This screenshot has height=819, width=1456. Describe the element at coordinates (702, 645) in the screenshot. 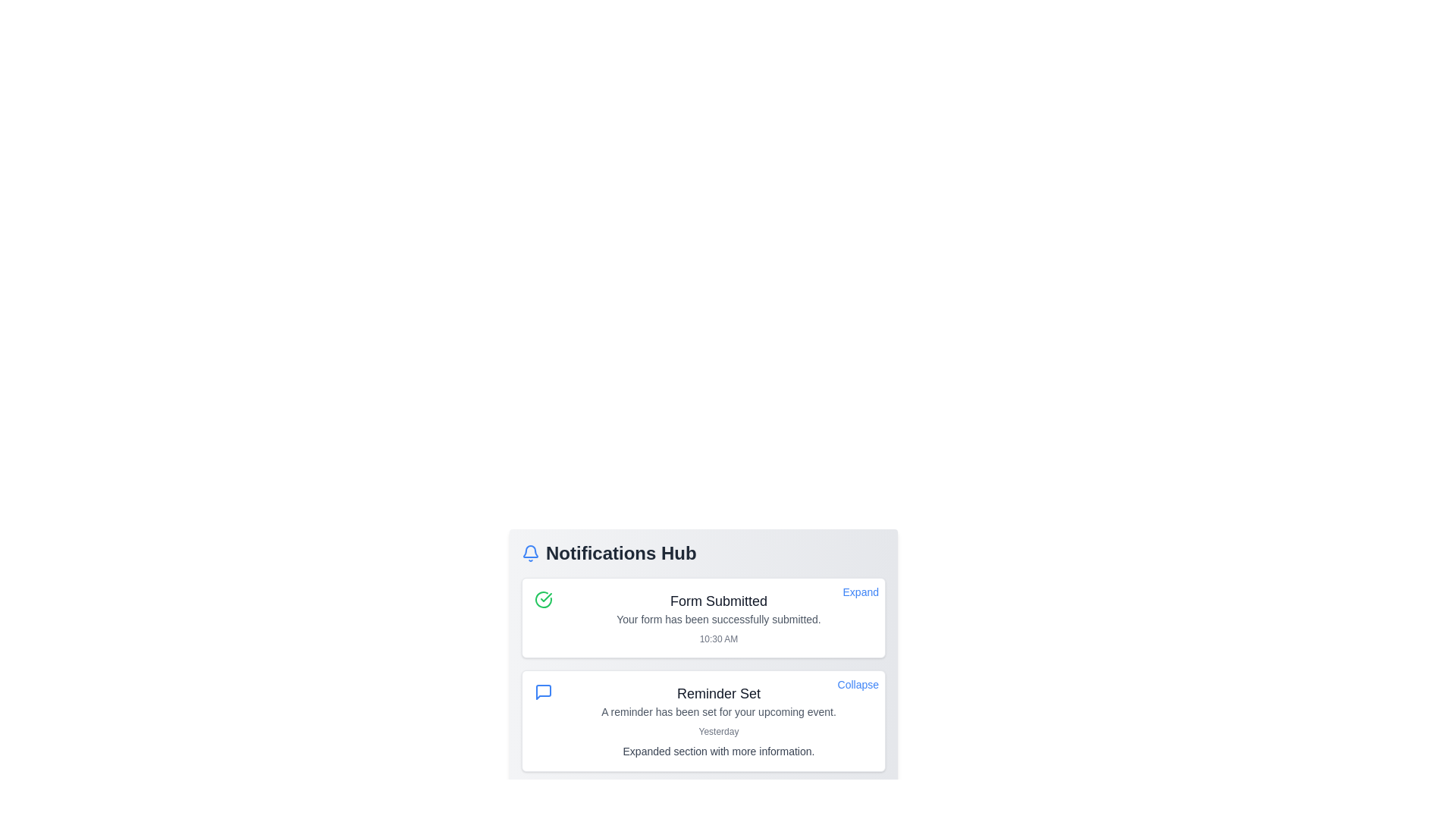

I see `the notification card titled 'Form Submitted' located in the Notifications Hub panel` at that location.